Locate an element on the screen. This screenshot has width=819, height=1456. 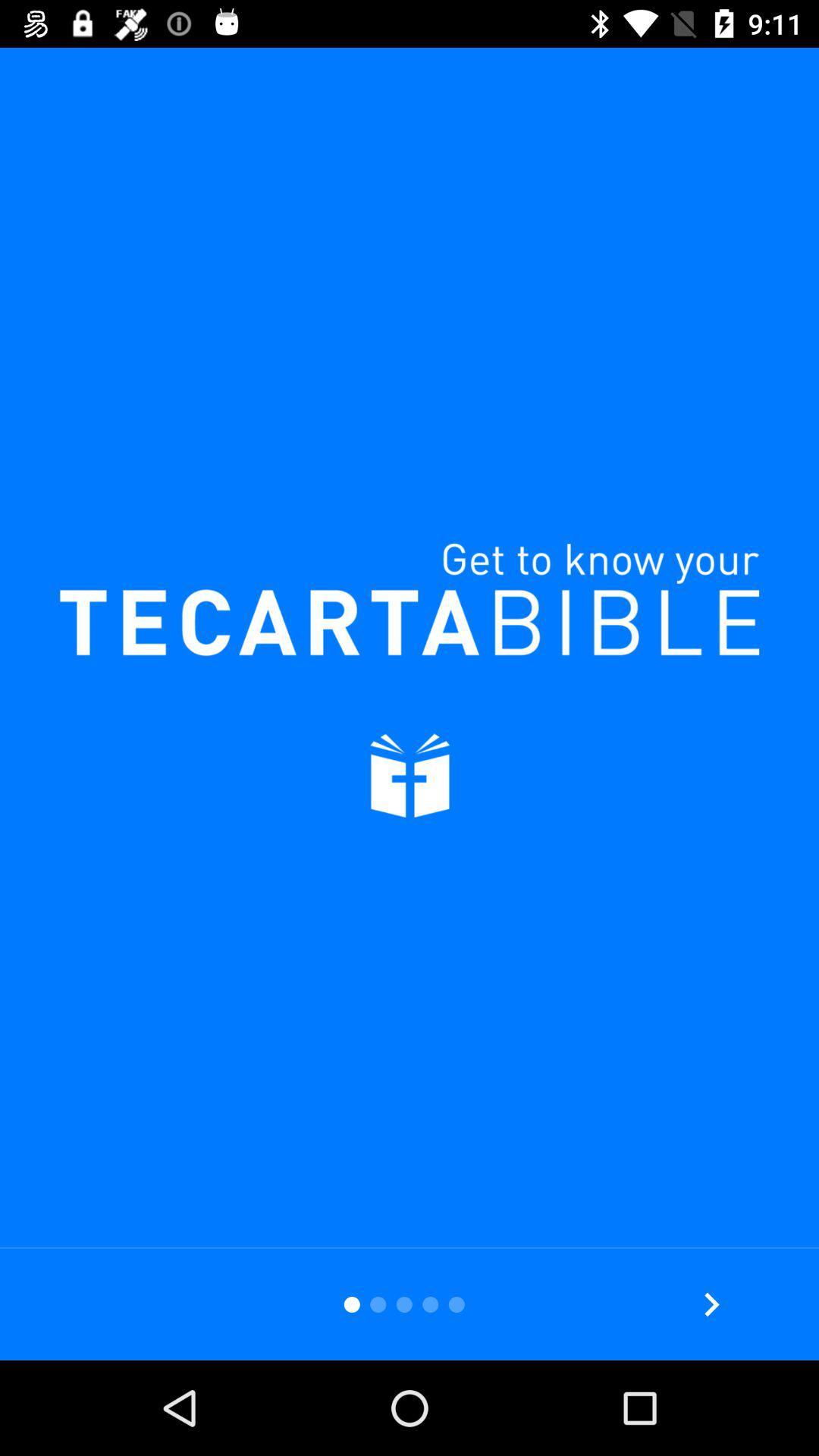
next page is located at coordinates (711, 1304).